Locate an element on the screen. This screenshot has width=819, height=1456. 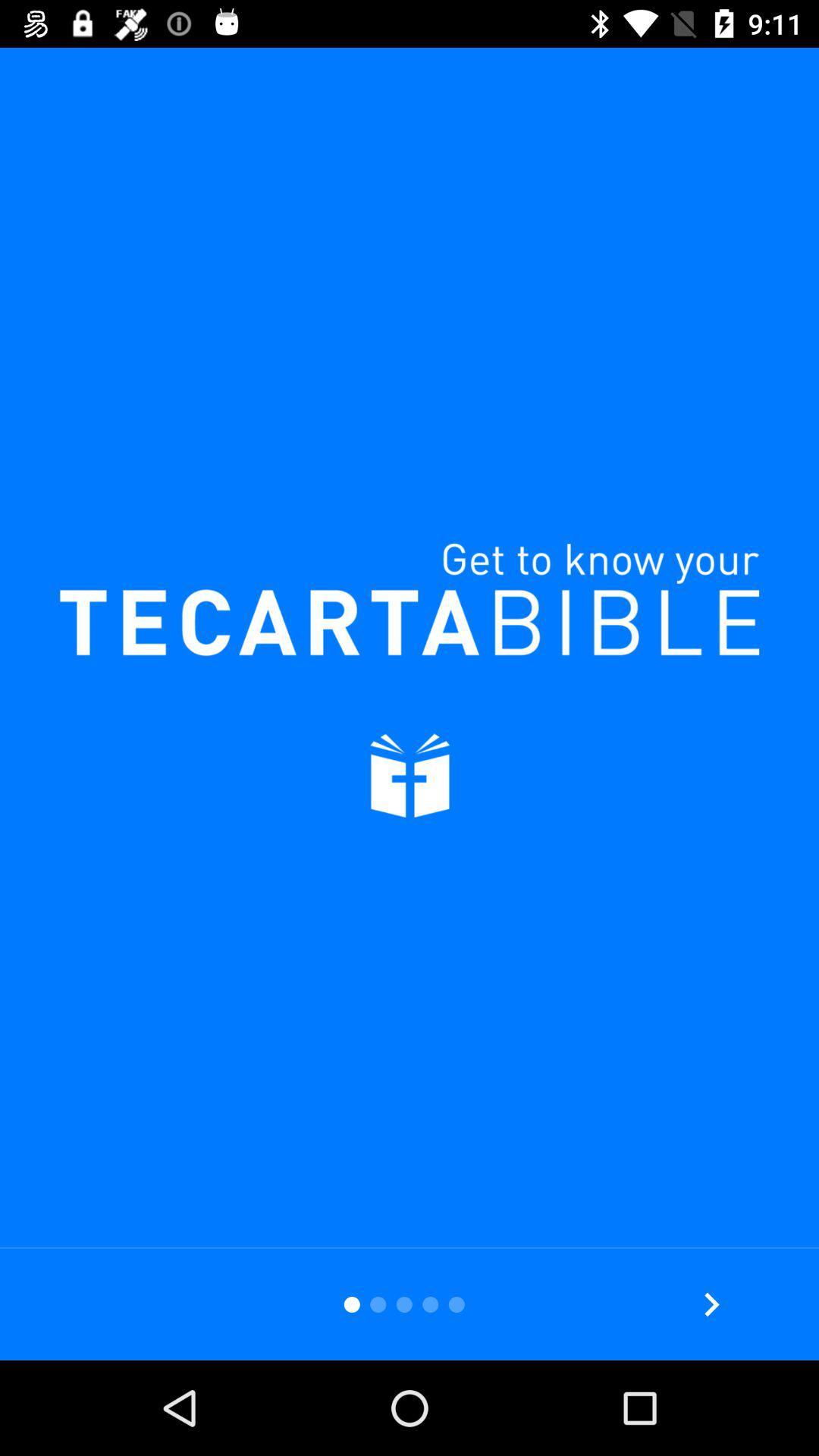
next page is located at coordinates (711, 1304).